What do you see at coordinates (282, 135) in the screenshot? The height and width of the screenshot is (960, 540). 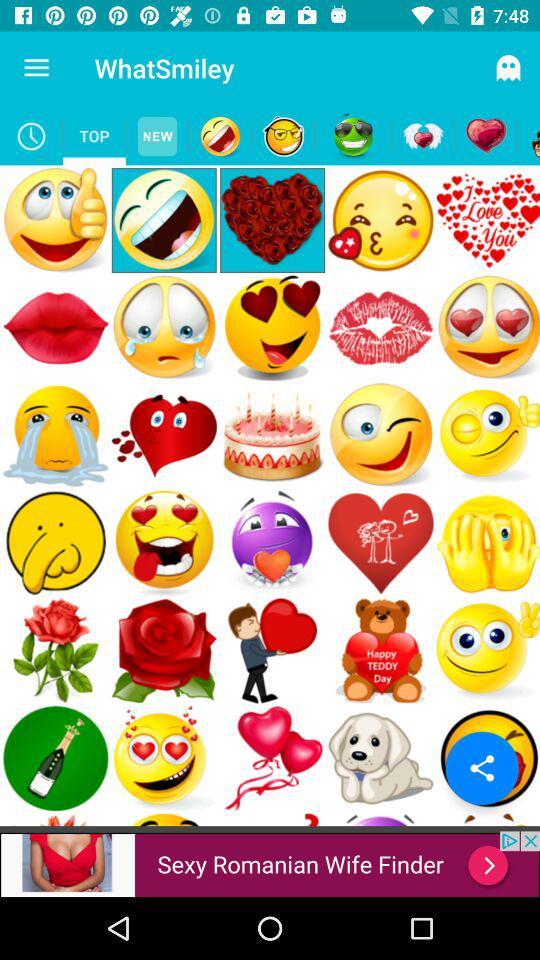 I see `another type of emojis page` at bounding box center [282, 135].